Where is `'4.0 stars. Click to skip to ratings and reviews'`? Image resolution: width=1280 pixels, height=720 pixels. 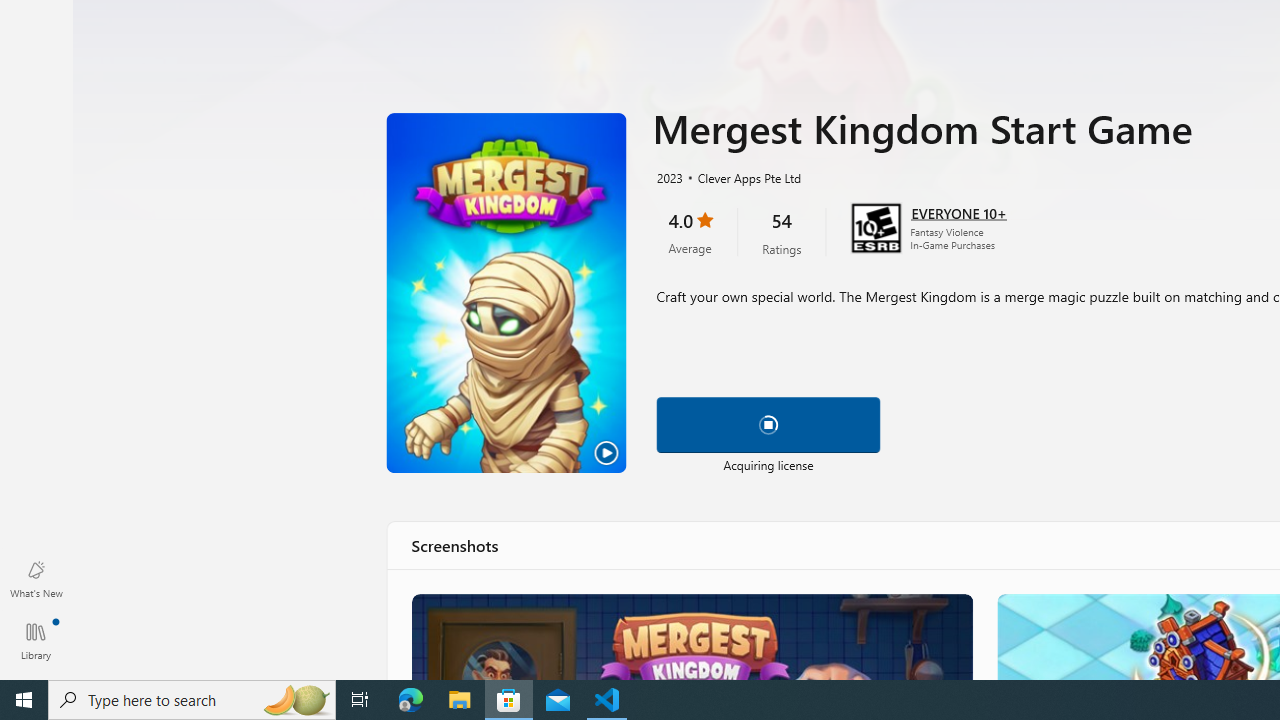
'4.0 stars. Click to skip to ratings and reviews' is located at coordinates (689, 231).